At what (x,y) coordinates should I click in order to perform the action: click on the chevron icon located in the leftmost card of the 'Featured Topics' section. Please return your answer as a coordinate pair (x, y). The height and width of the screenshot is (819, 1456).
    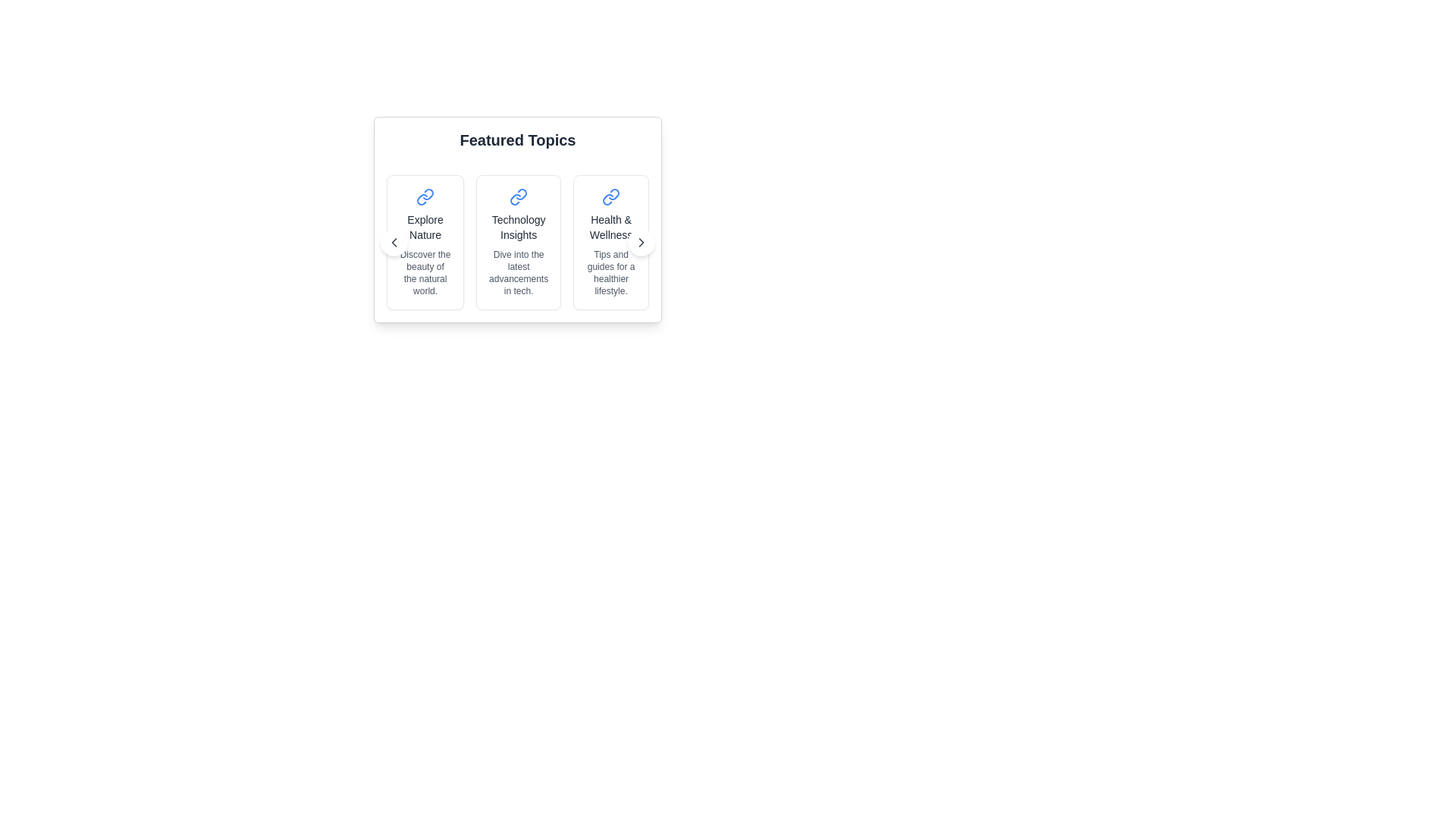
    Looking at the image, I should click on (394, 242).